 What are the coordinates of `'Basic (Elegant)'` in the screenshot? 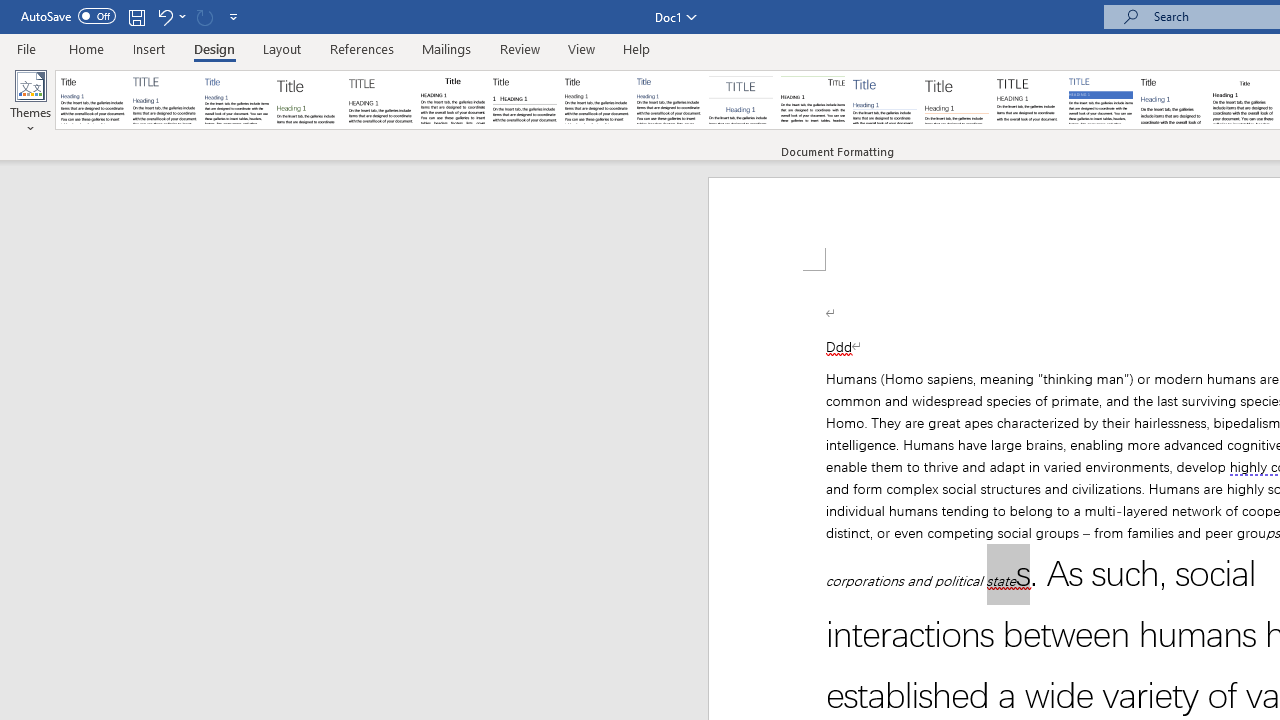 It's located at (165, 100).